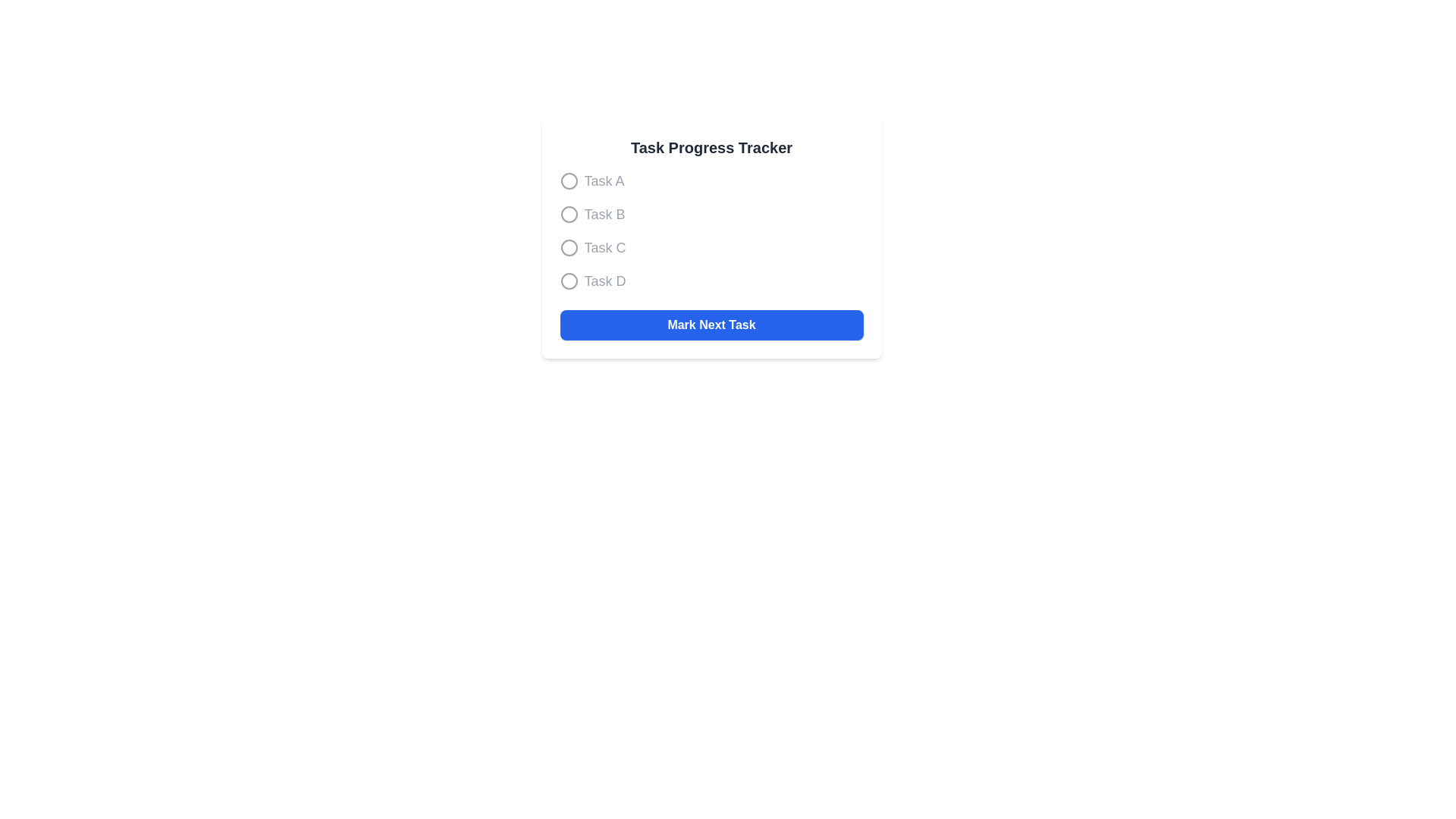 The height and width of the screenshot is (819, 1456). What do you see at coordinates (568, 180) in the screenshot?
I see `the circular radio button adjacent to the text 'Task A'` at bounding box center [568, 180].